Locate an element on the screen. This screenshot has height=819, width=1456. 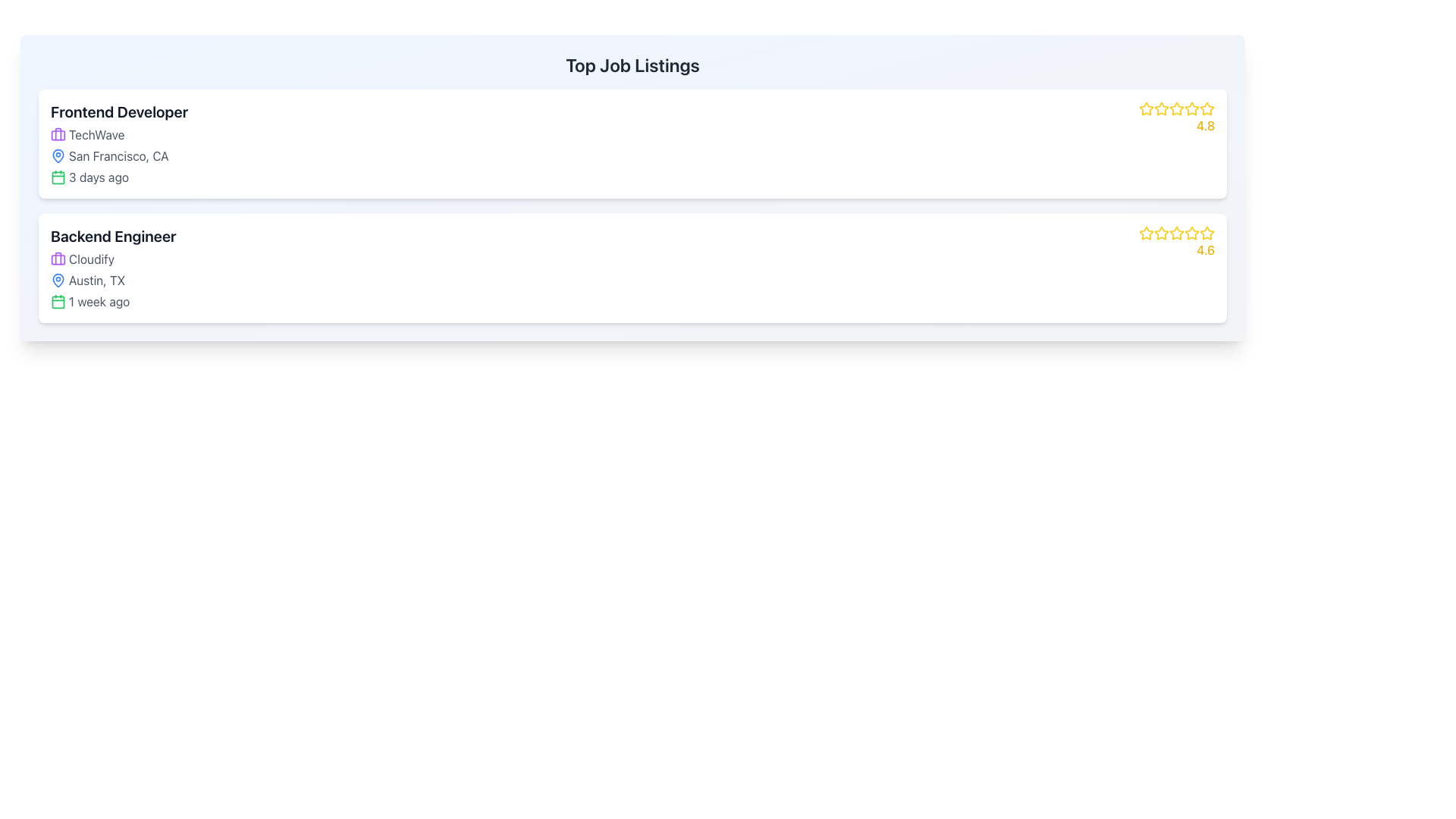
text content of the 'Backend Engineer' label which is prominently displayed in bold and larger font style within the job posting section is located at coordinates (112, 237).